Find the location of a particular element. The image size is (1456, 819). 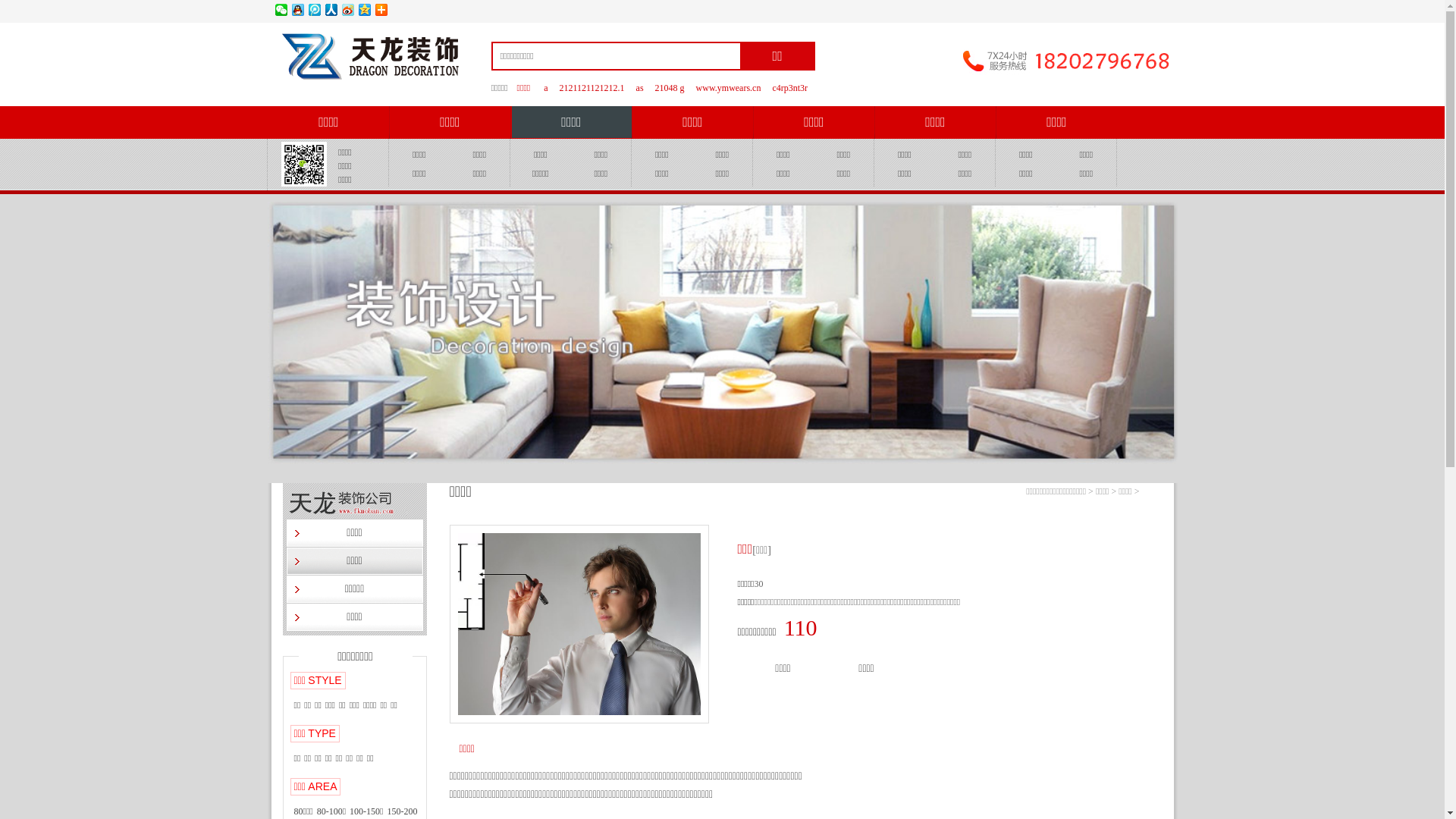

'www.ymwears.cn' is located at coordinates (728, 87).